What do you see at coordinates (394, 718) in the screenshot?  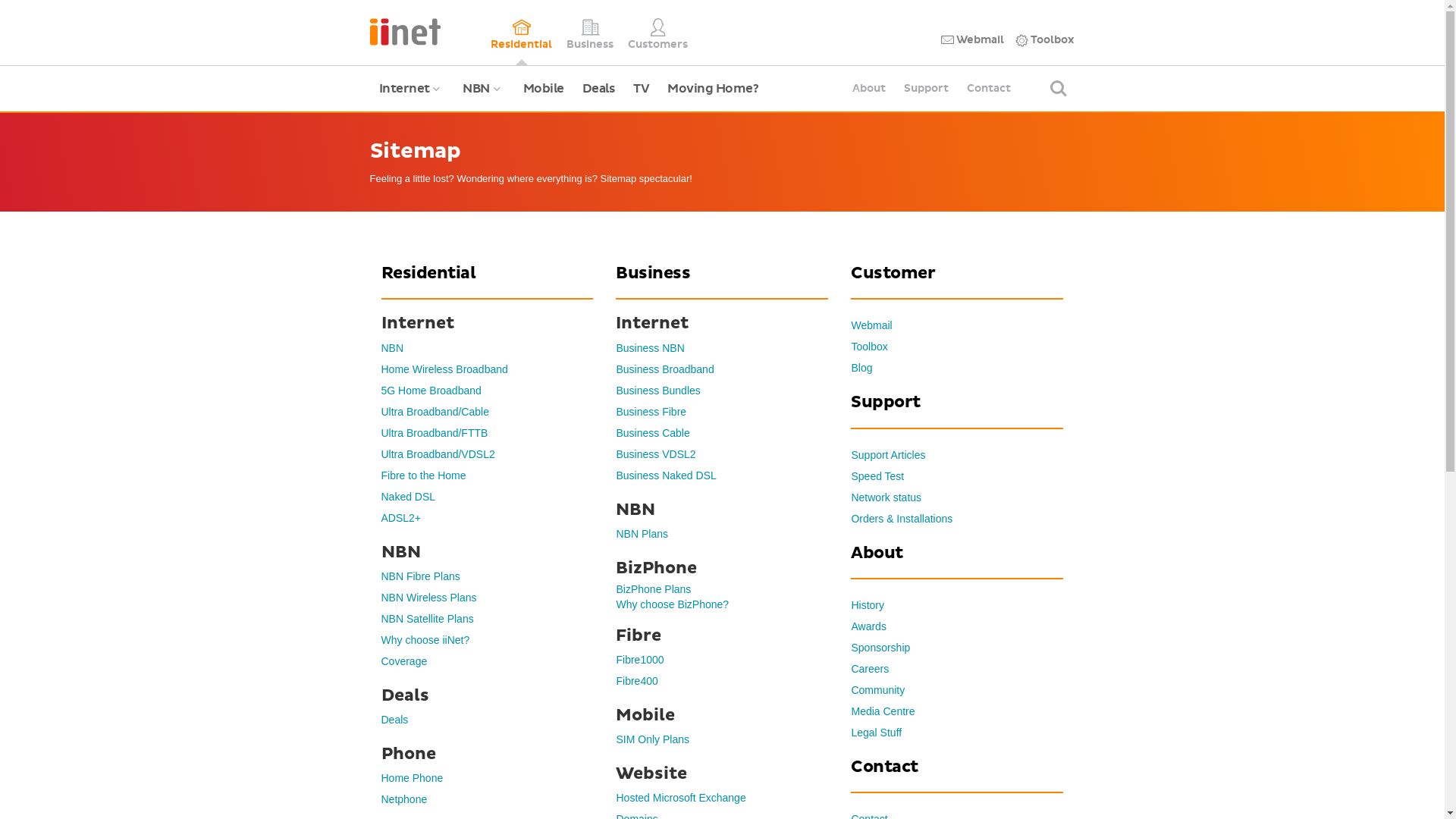 I see `'Deals'` at bounding box center [394, 718].